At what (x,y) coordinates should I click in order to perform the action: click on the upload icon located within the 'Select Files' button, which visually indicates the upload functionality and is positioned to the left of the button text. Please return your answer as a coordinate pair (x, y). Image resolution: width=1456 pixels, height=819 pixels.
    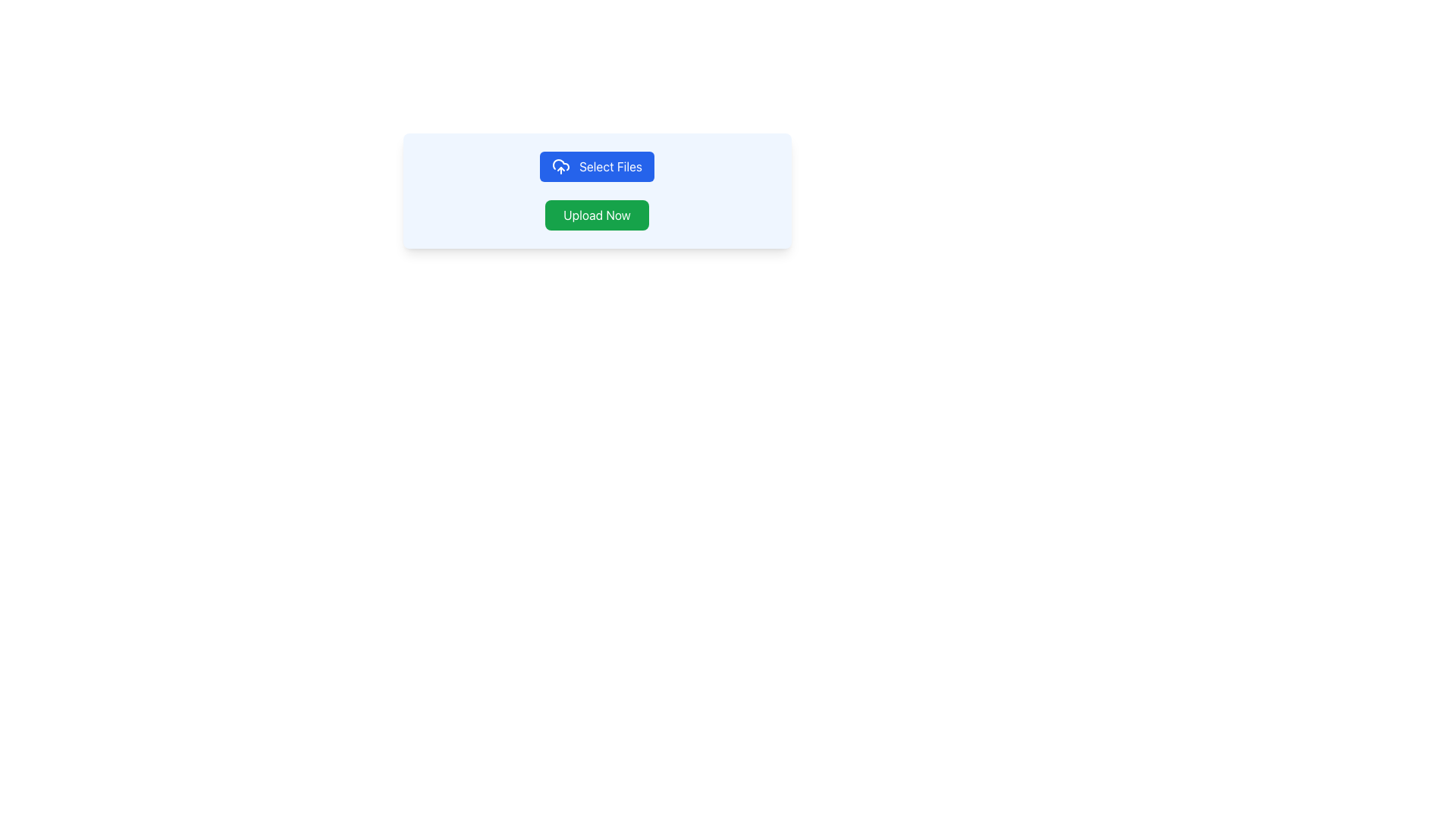
    Looking at the image, I should click on (560, 166).